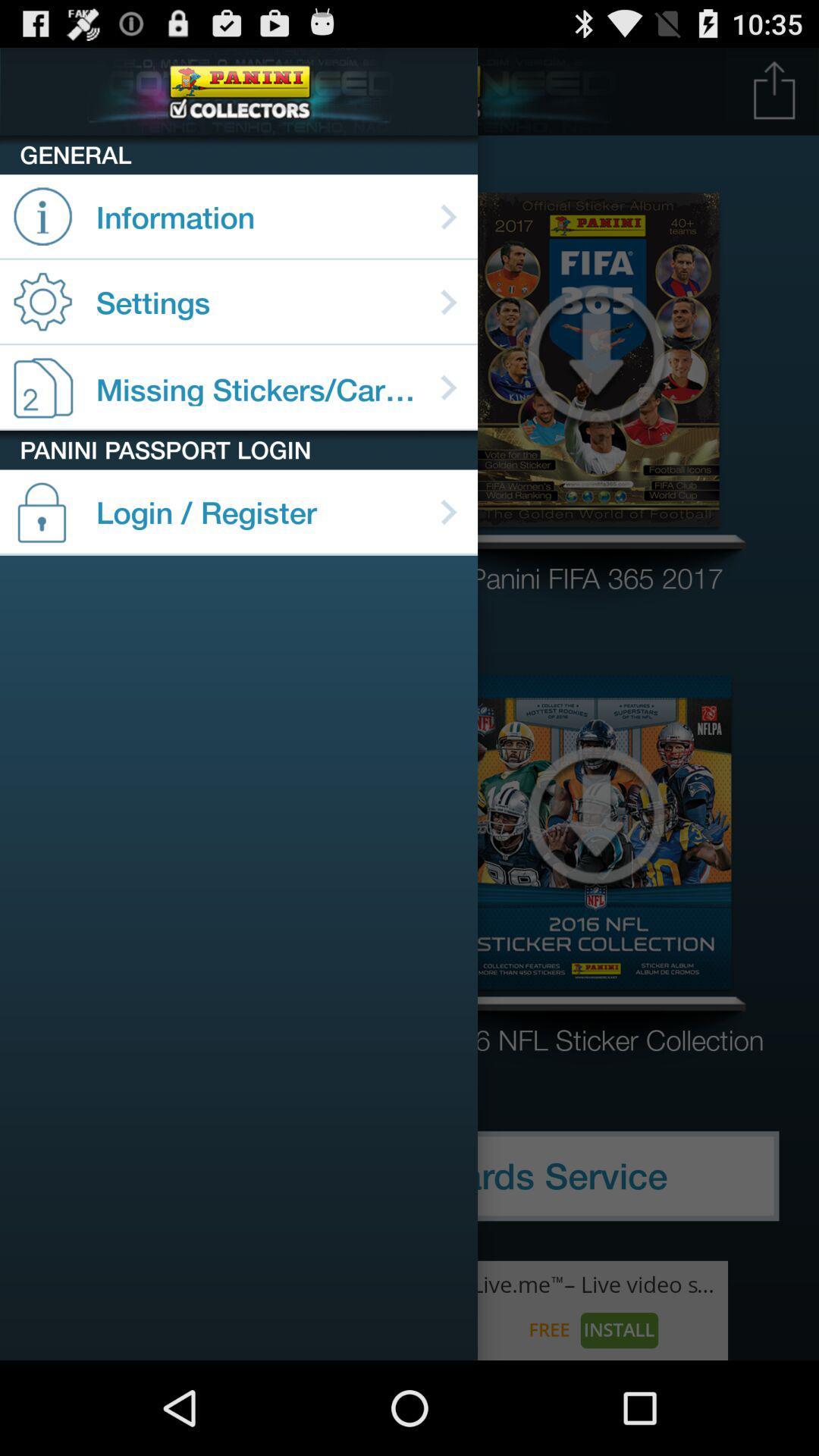 The image size is (819, 1456). I want to click on the launch icon, so click(774, 96).